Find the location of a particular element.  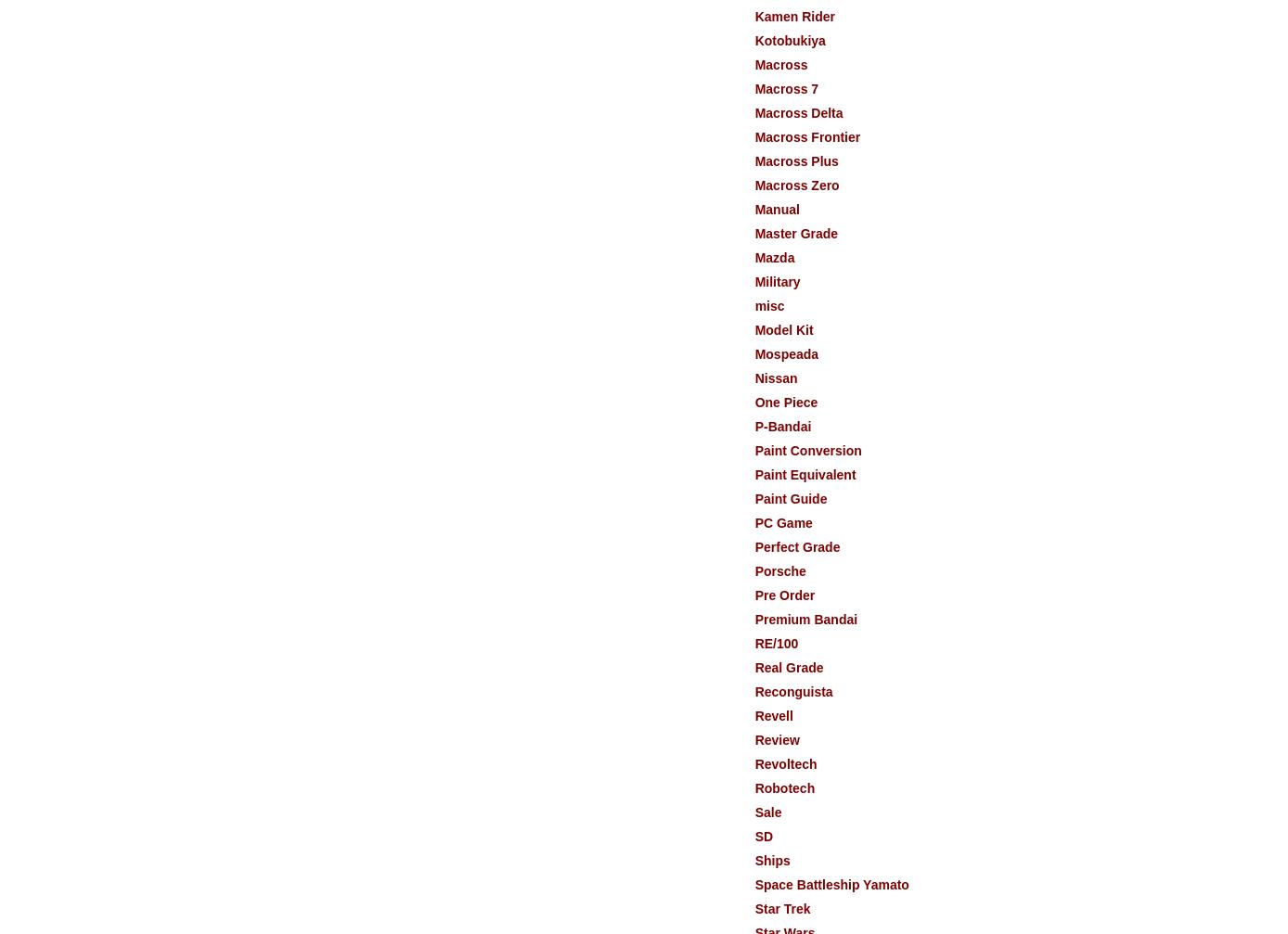

'Review' is located at coordinates (776, 739).